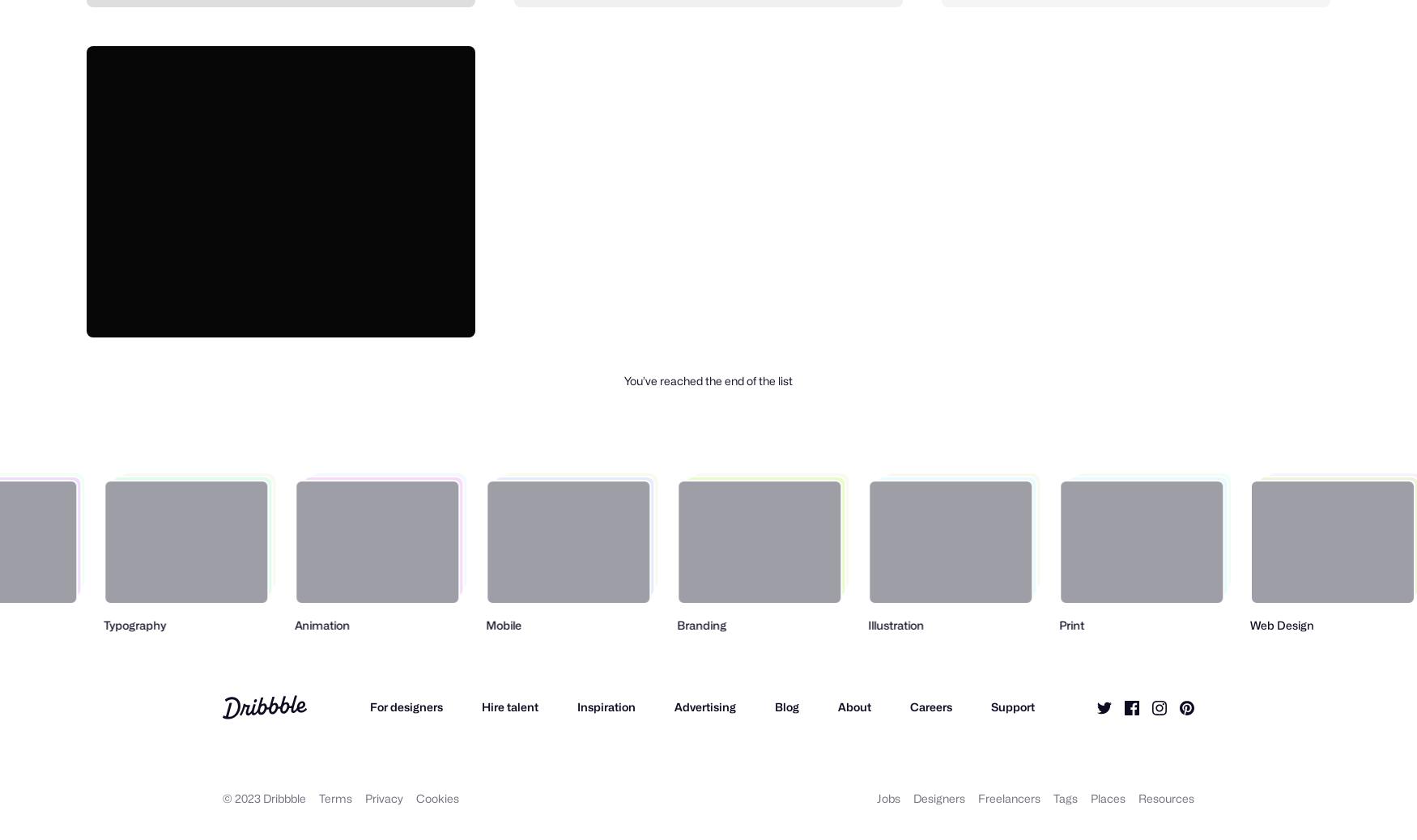  What do you see at coordinates (673, 706) in the screenshot?
I see `'Advertising'` at bounding box center [673, 706].